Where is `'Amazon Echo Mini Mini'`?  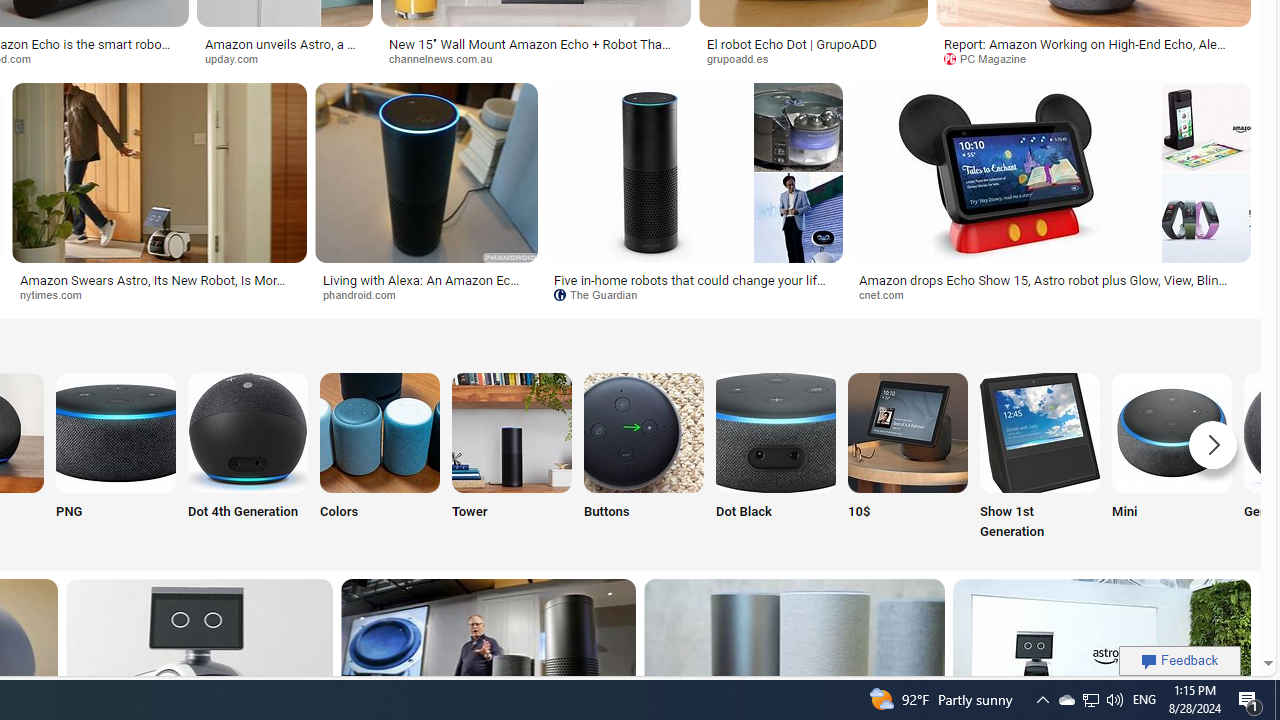 'Amazon Echo Mini Mini' is located at coordinates (1171, 458).